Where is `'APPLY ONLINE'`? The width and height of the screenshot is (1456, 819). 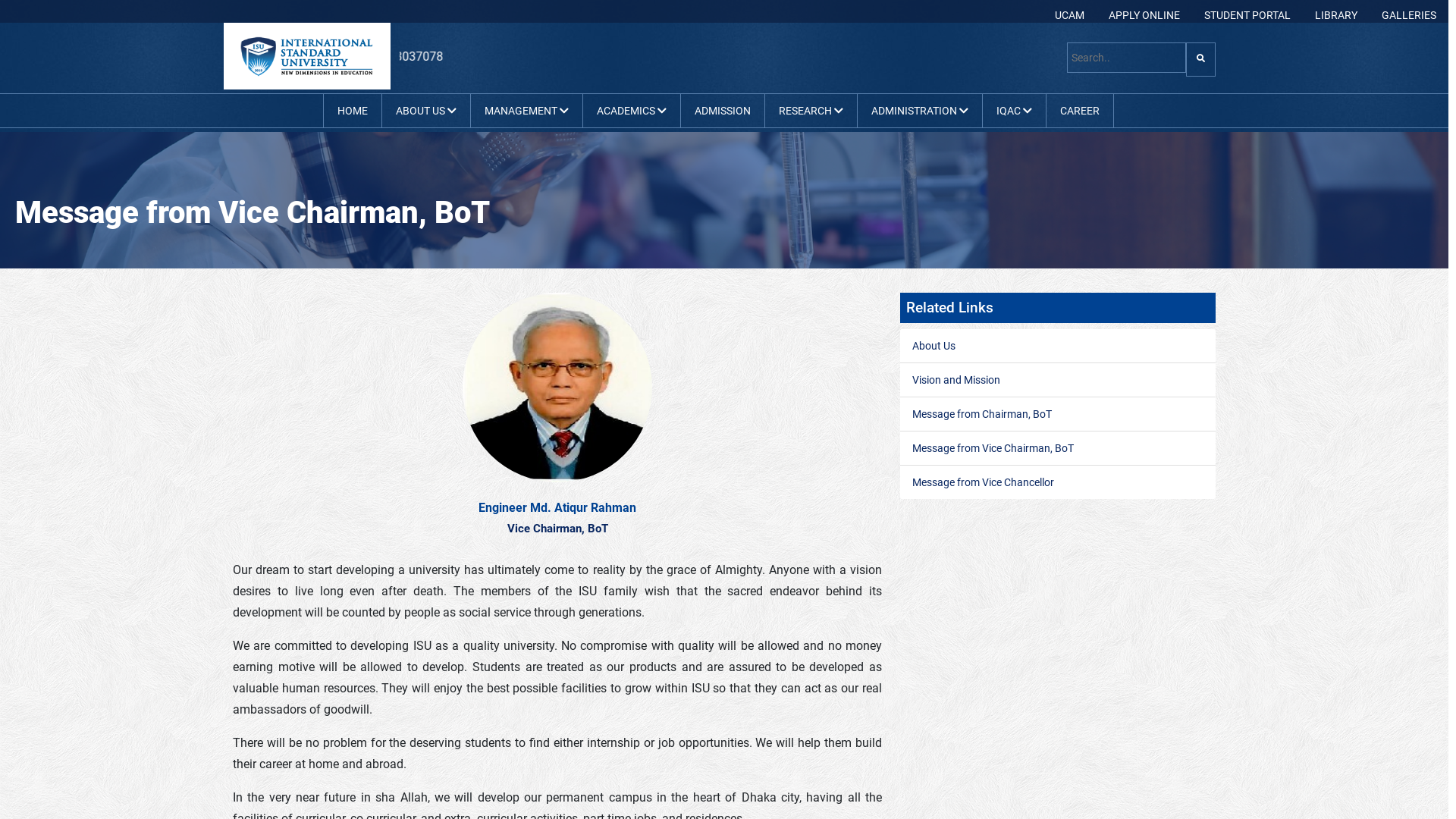
'APPLY ONLINE' is located at coordinates (1144, 14).